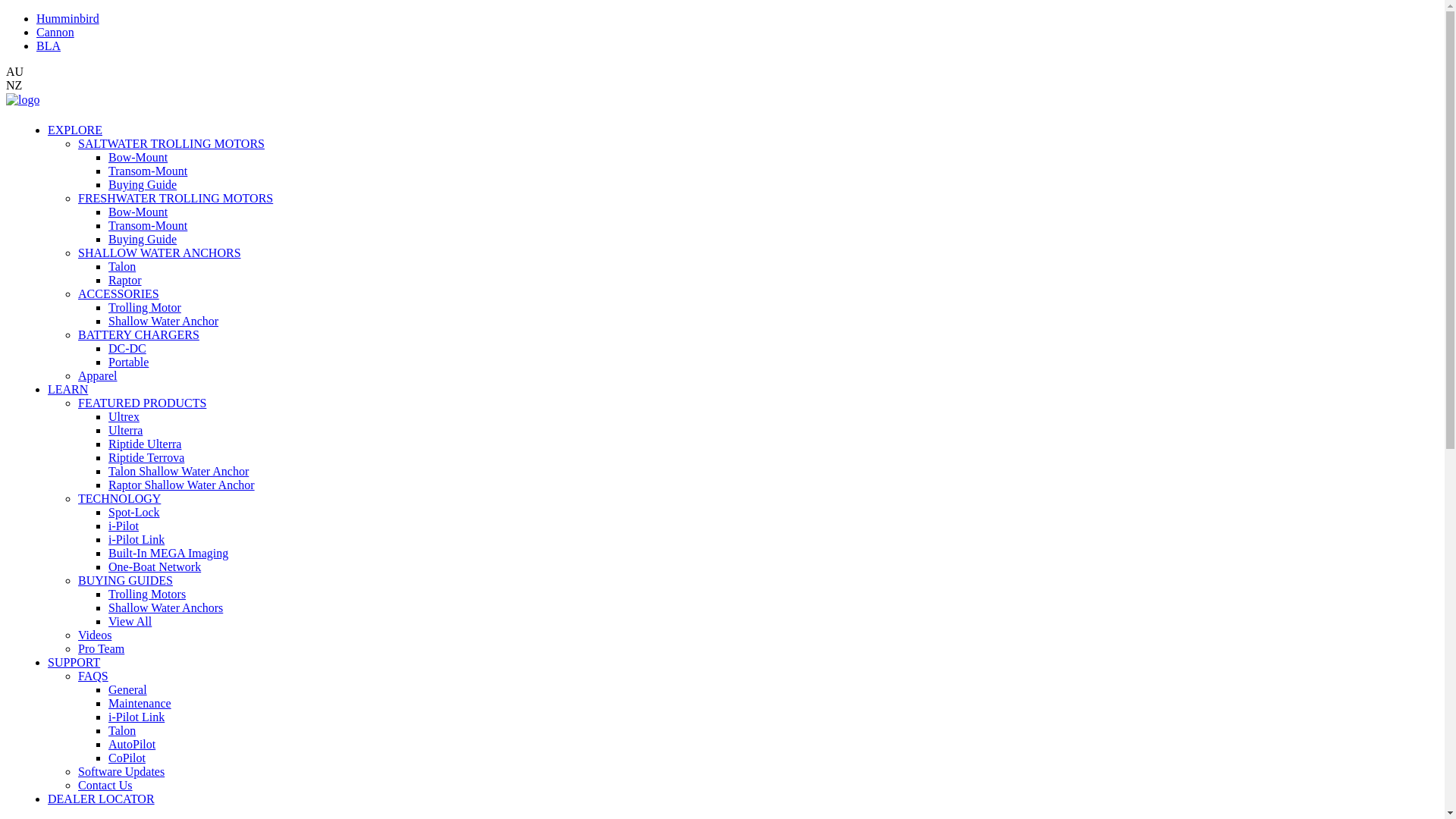  What do you see at coordinates (136, 717) in the screenshot?
I see `'i-Pilot Link'` at bounding box center [136, 717].